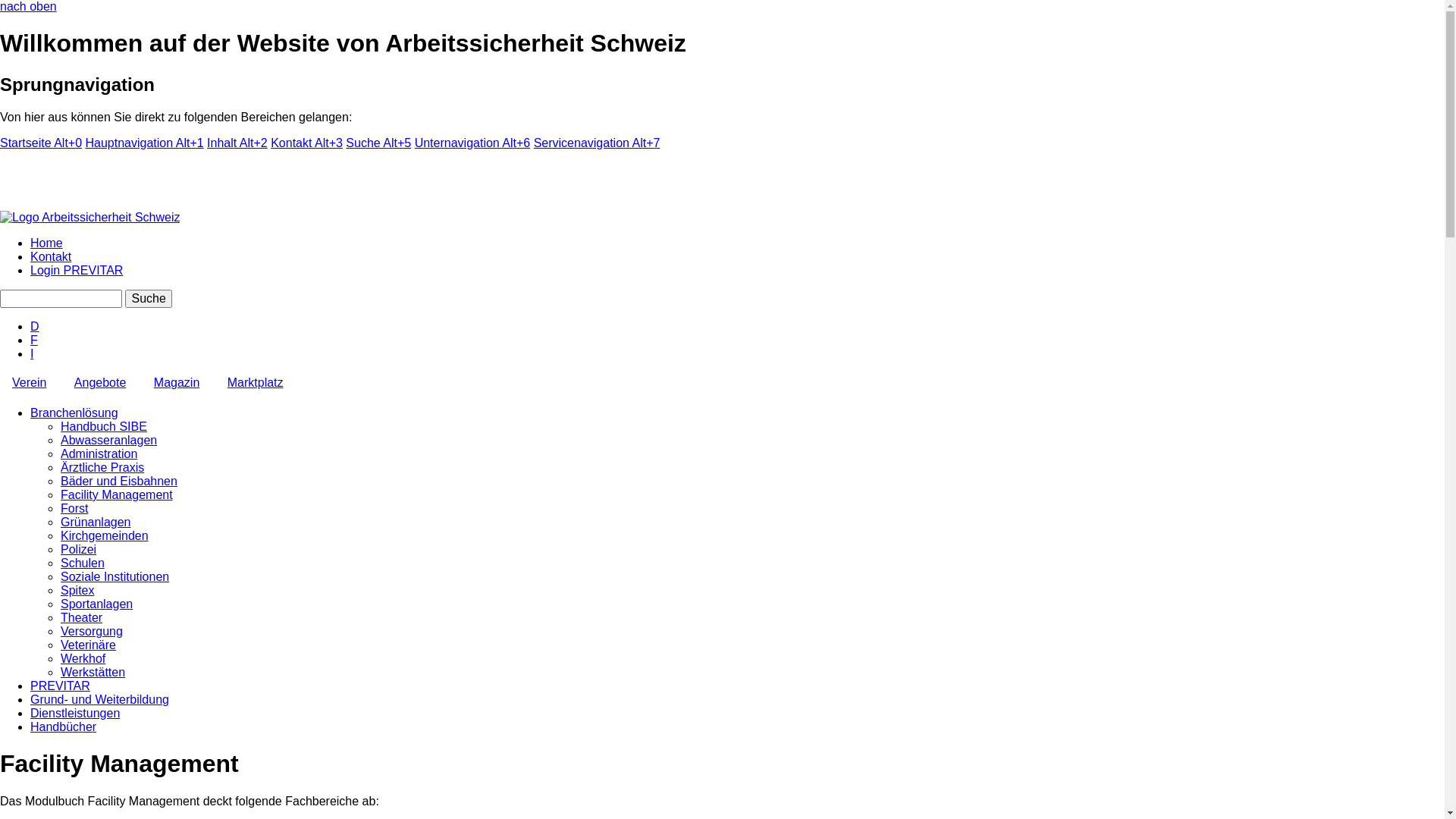  What do you see at coordinates (596, 143) in the screenshot?
I see `'Servicenavigation Alt+7'` at bounding box center [596, 143].